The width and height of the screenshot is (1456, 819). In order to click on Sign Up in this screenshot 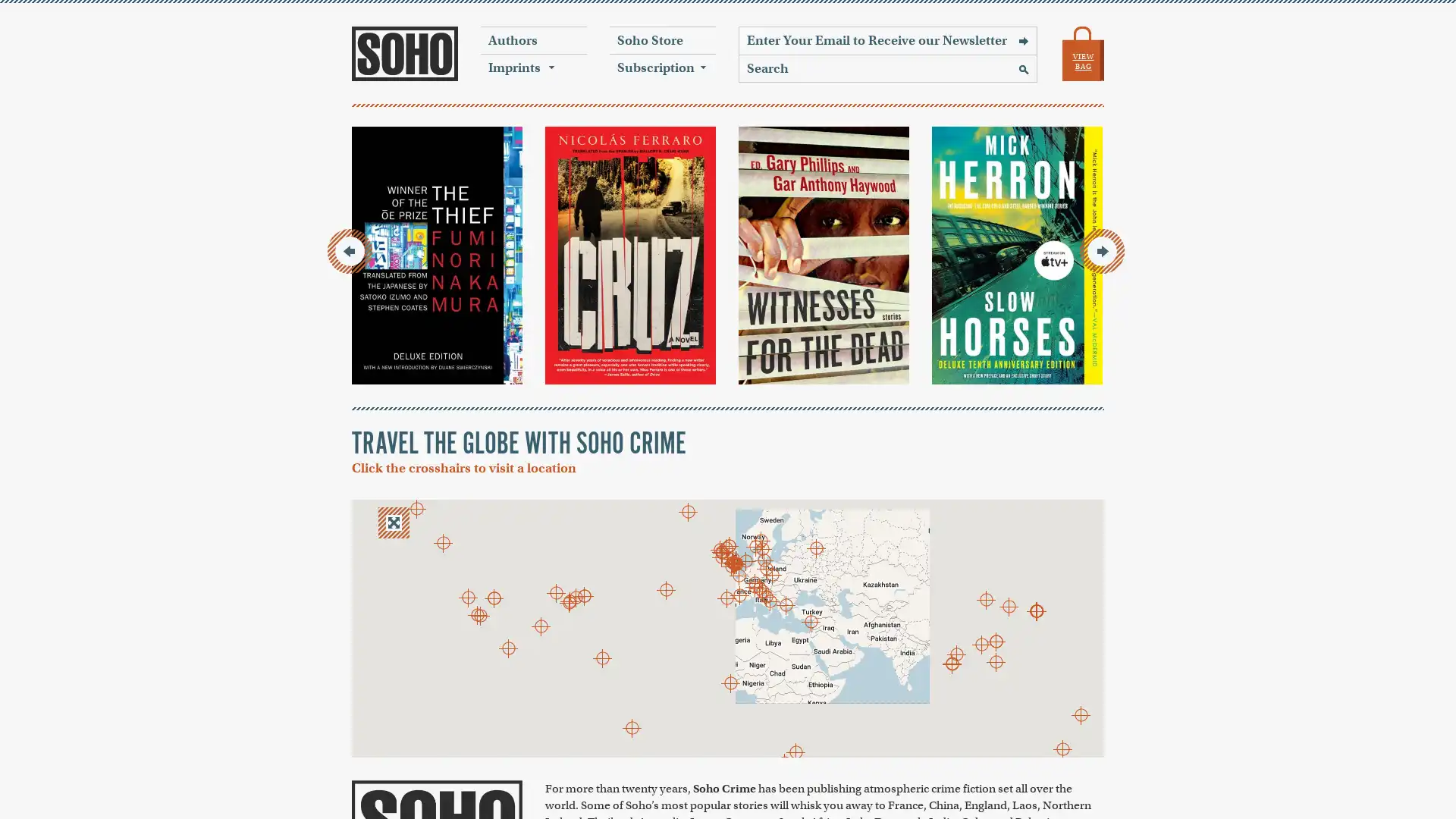, I will do `click(1023, 39)`.